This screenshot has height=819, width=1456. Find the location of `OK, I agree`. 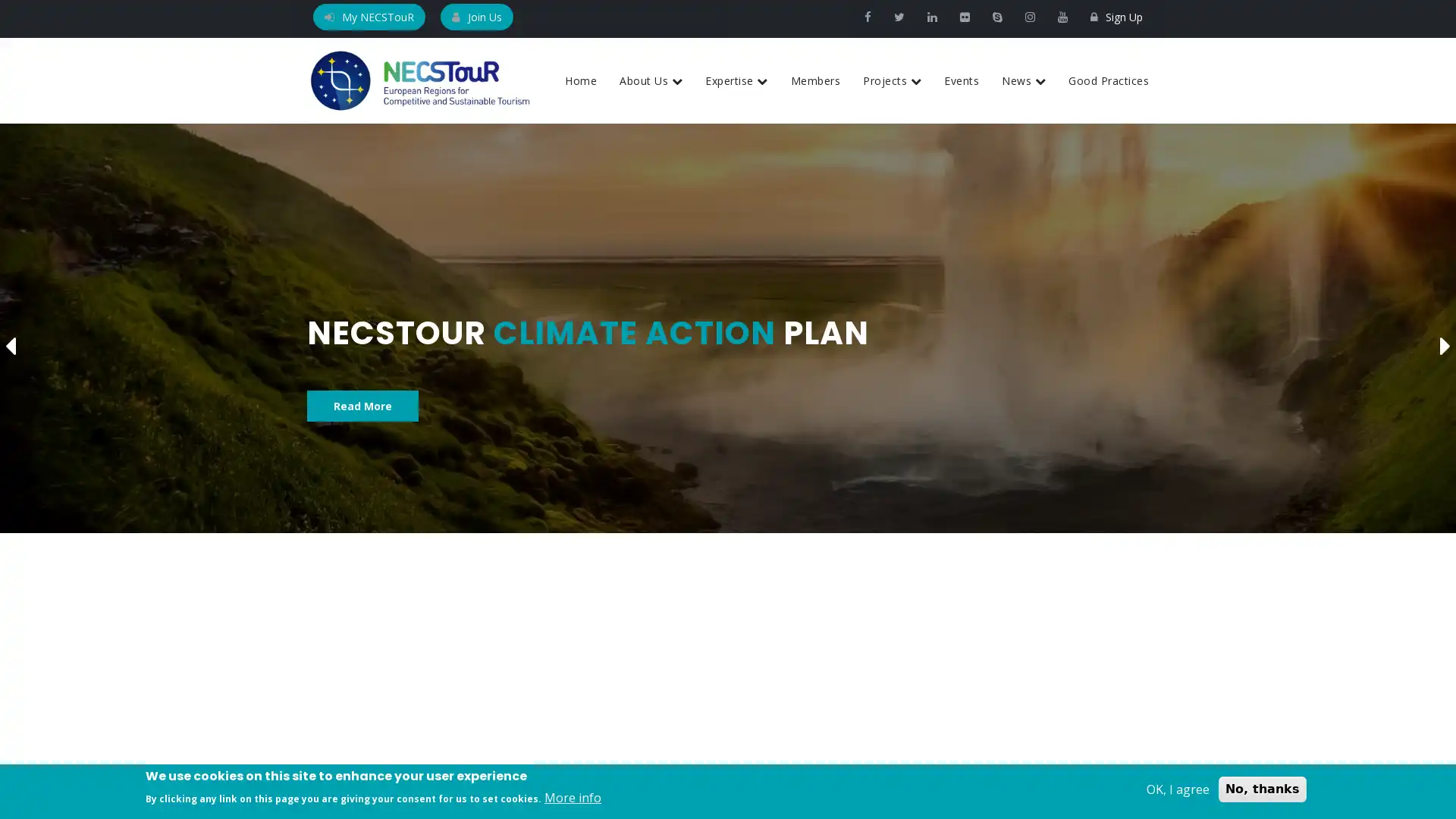

OK, I agree is located at coordinates (1177, 789).